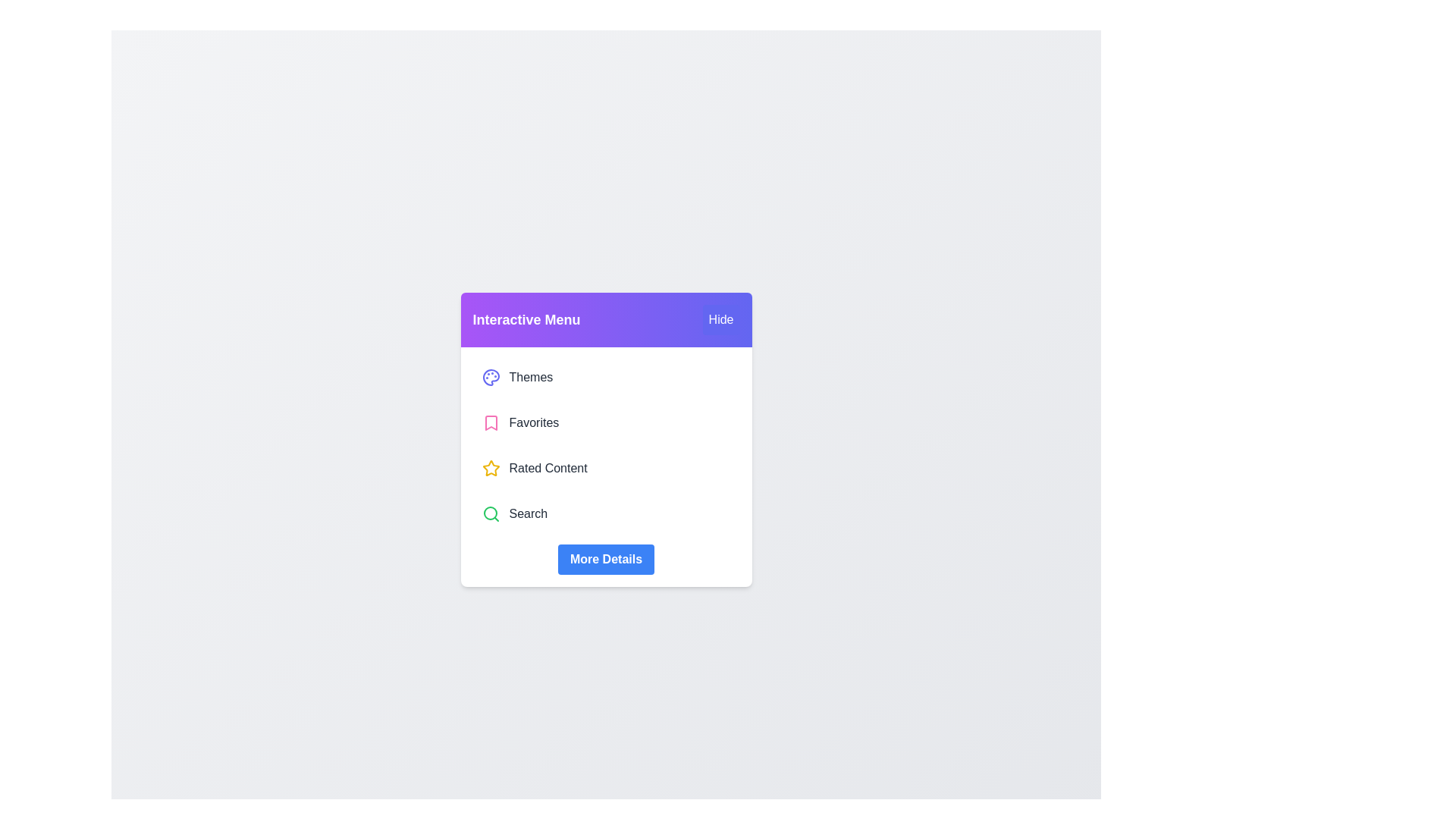 The image size is (1456, 819). What do you see at coordinates (605, 559) in the screenshot?
I see `the 'More Details' button` at bounding box center [605, 559].